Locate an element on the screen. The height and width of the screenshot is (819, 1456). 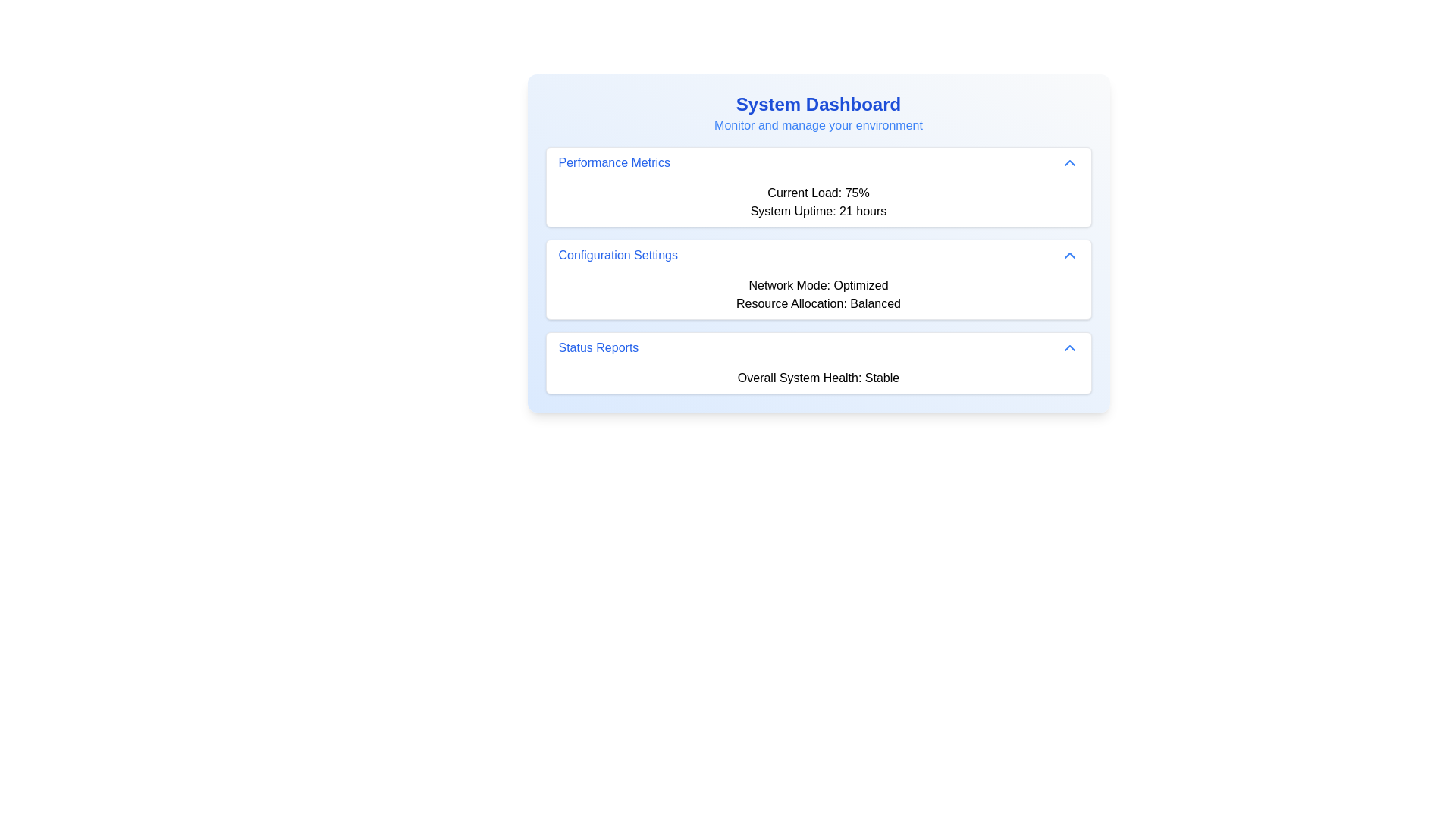
the Chevron Up icon located at the far right of the 'Status Reports' section header is located at coordinates (1068, 348).